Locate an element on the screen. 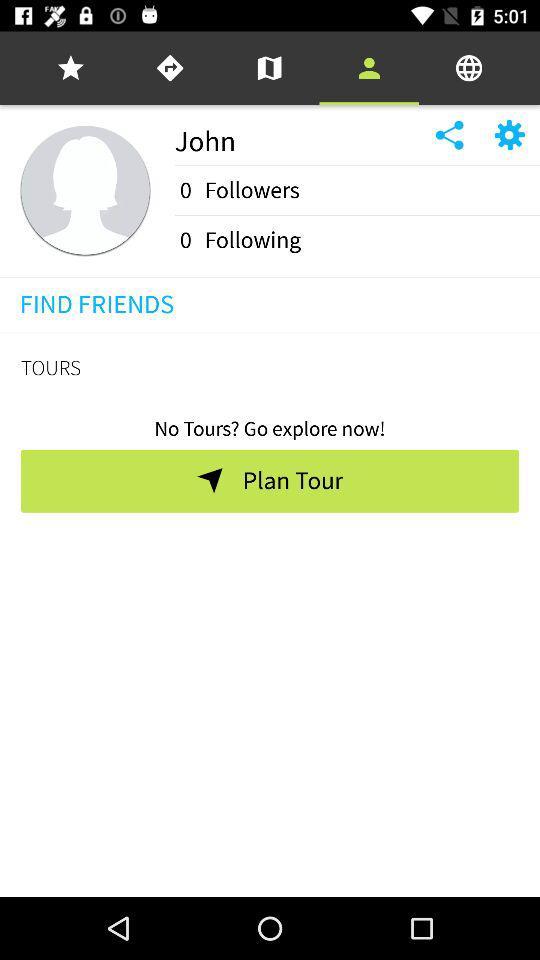 The height and width of the screenshot is (960, 540). the icon above find friends icon is located at coordinates (270, 276).